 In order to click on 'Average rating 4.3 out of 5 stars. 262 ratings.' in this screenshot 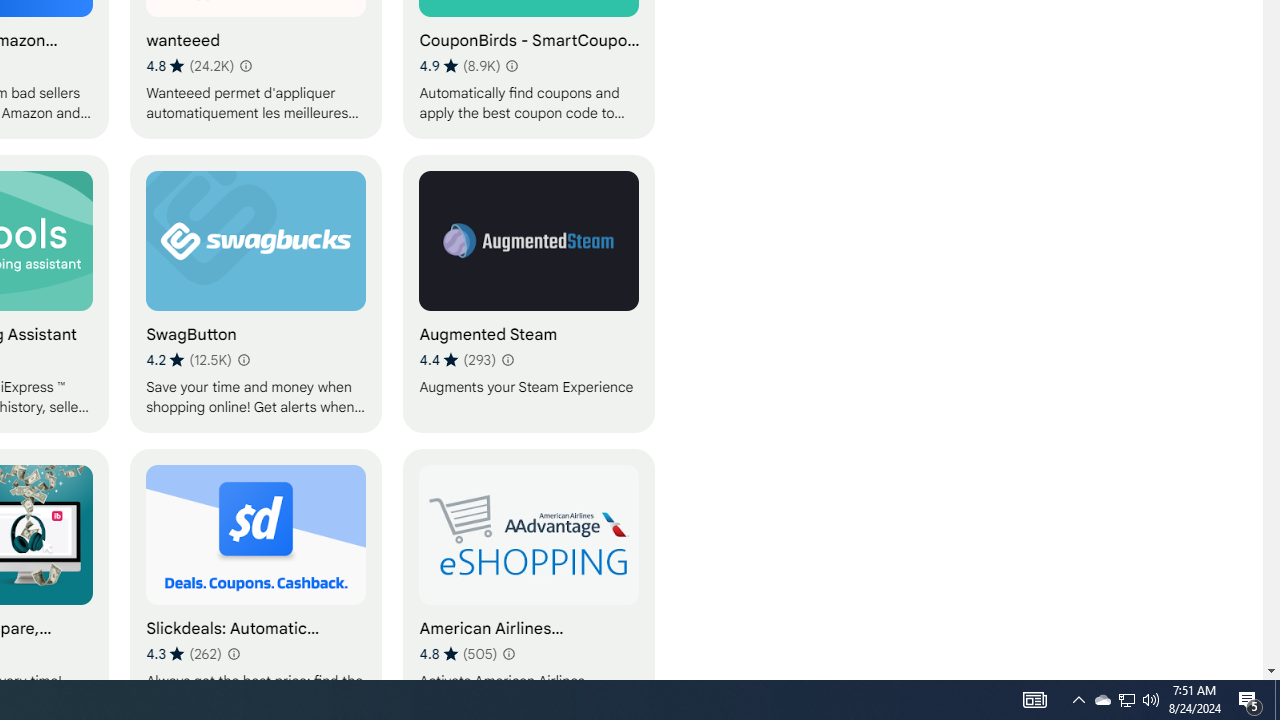, I will do `click(183, 653)`.